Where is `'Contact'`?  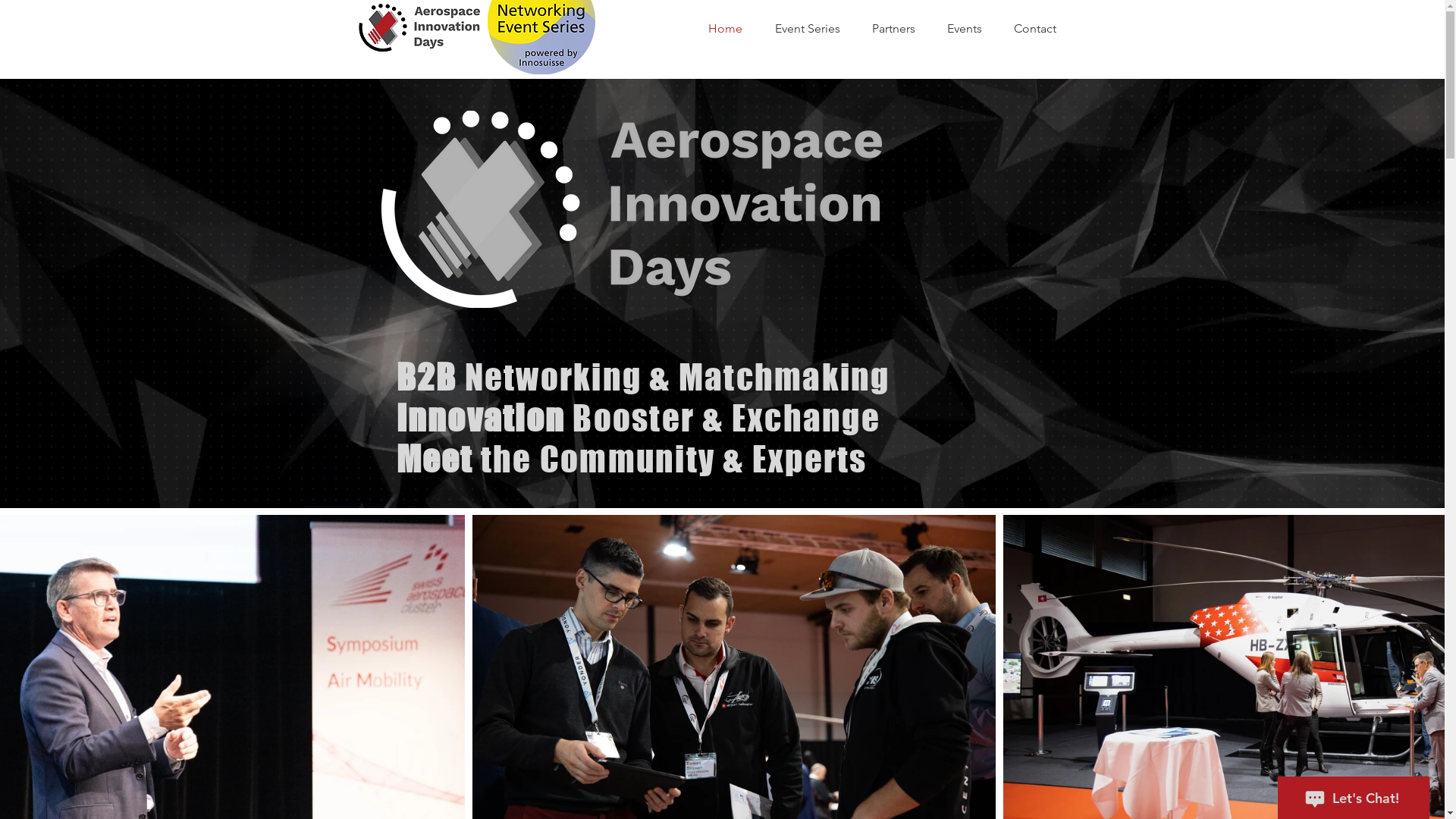 'Contact' is located at coordinates (1041, 28).